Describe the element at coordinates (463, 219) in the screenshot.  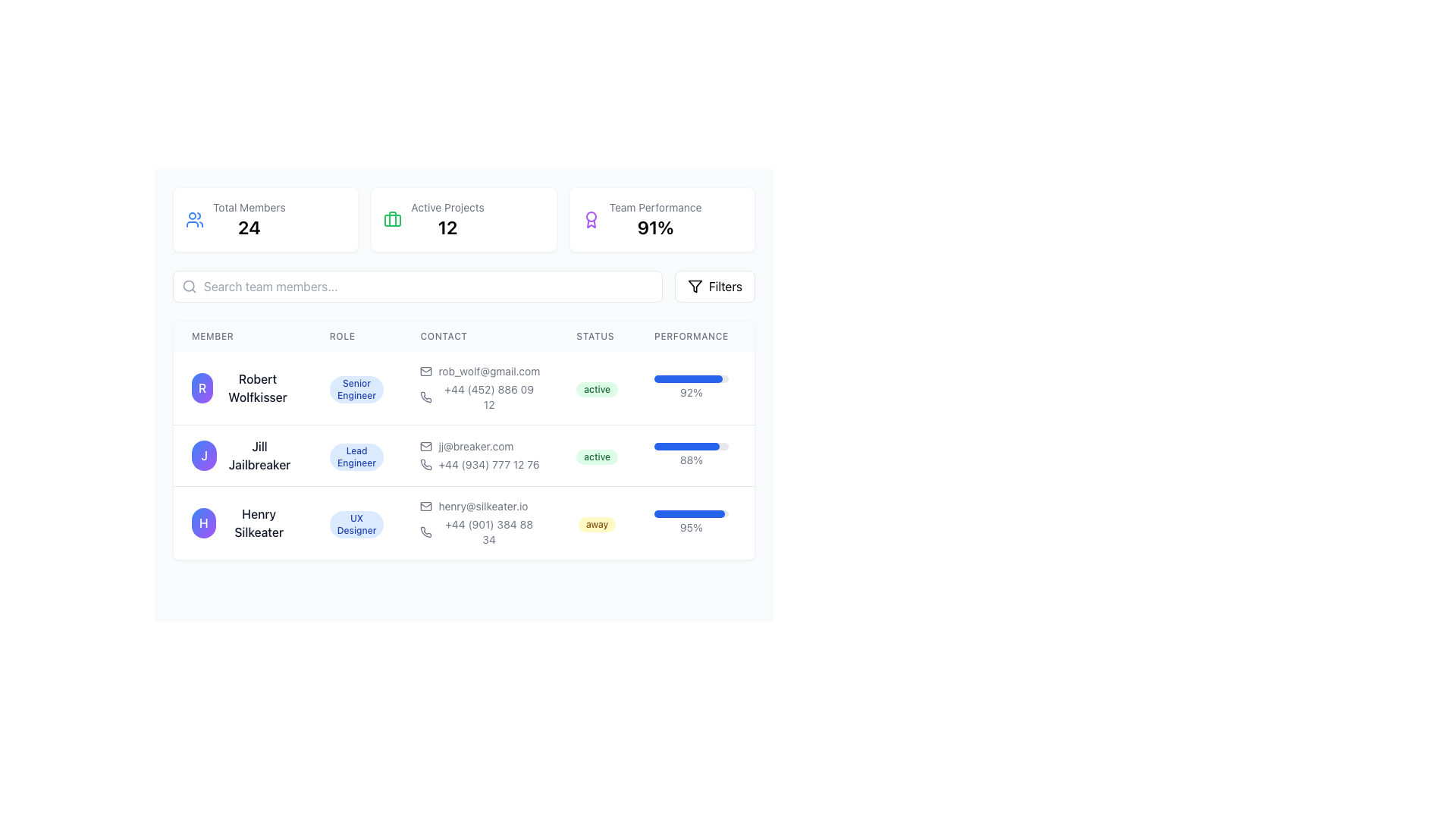
I see `displayed number '12' and title 'Active Projects' from the Summary Card, which is the second box in the grid located between 'Total Members' and 'Team Performance'` at that location.